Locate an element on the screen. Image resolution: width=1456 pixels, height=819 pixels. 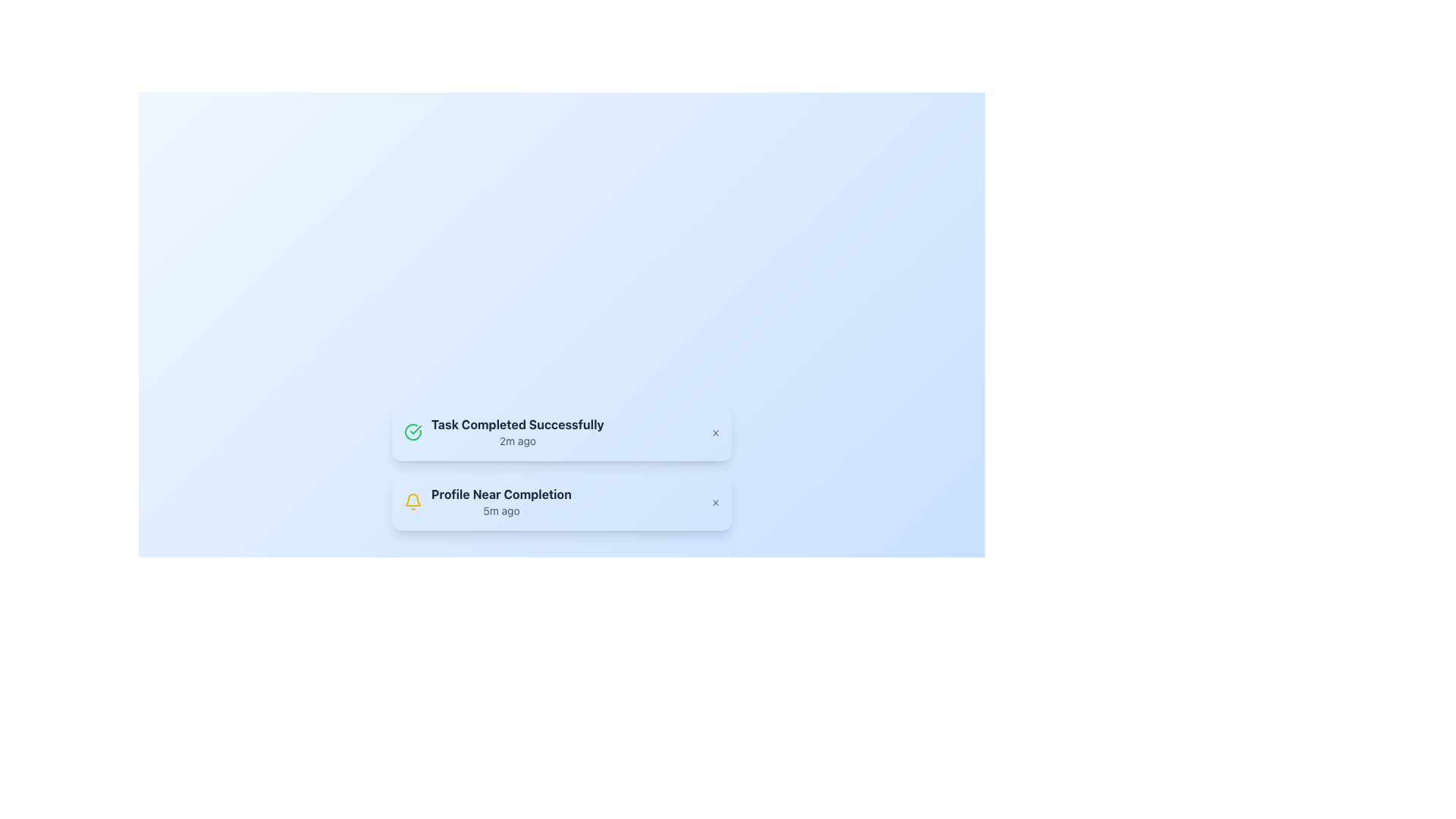
the notification text block titled 'Profile Near Completion' is located at coordinates (501, 502).